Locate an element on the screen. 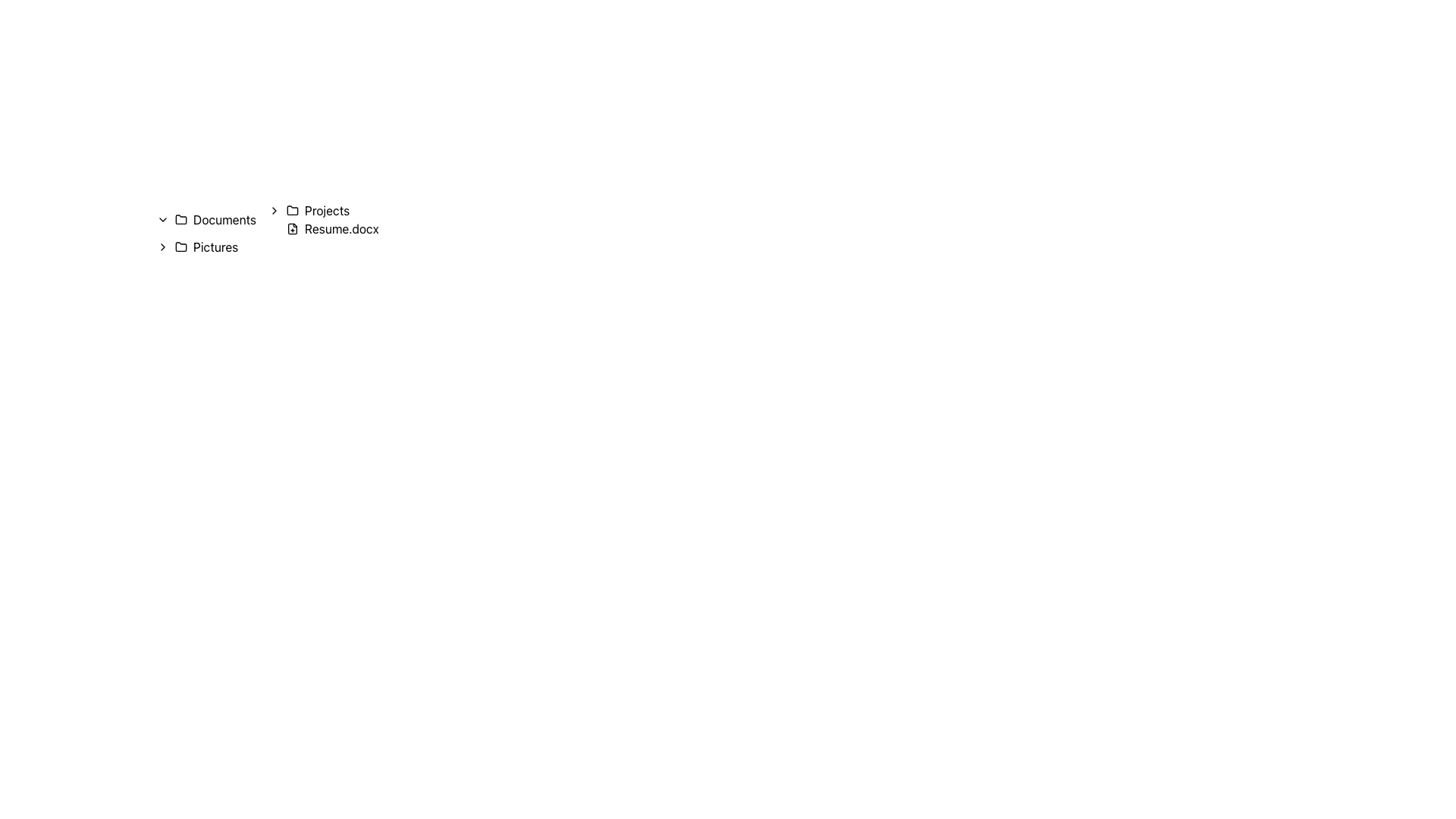 Image resolution: width=1456 pixels, height=819 pixels. the file item entry labeled 'Resume.docx' located under the 'Projects' directory is located at coordinates (316, 228).